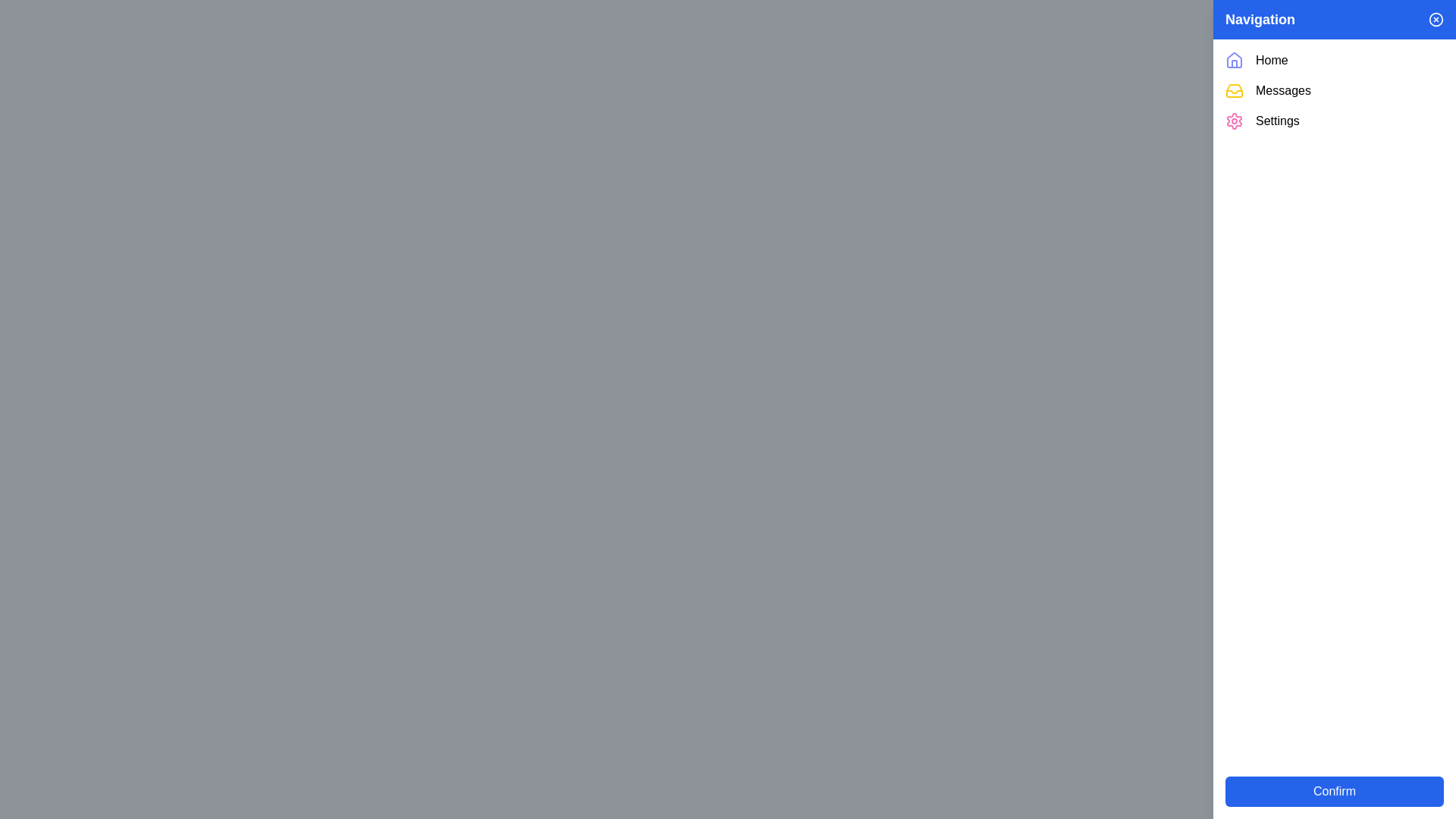  Describe the element at coordinates (1234, 120) in the screenshot. I see `the 'Settings' icon located in the vertical navigation menu, which is the leftmost icon next to the 'Settings' text label` at that location.